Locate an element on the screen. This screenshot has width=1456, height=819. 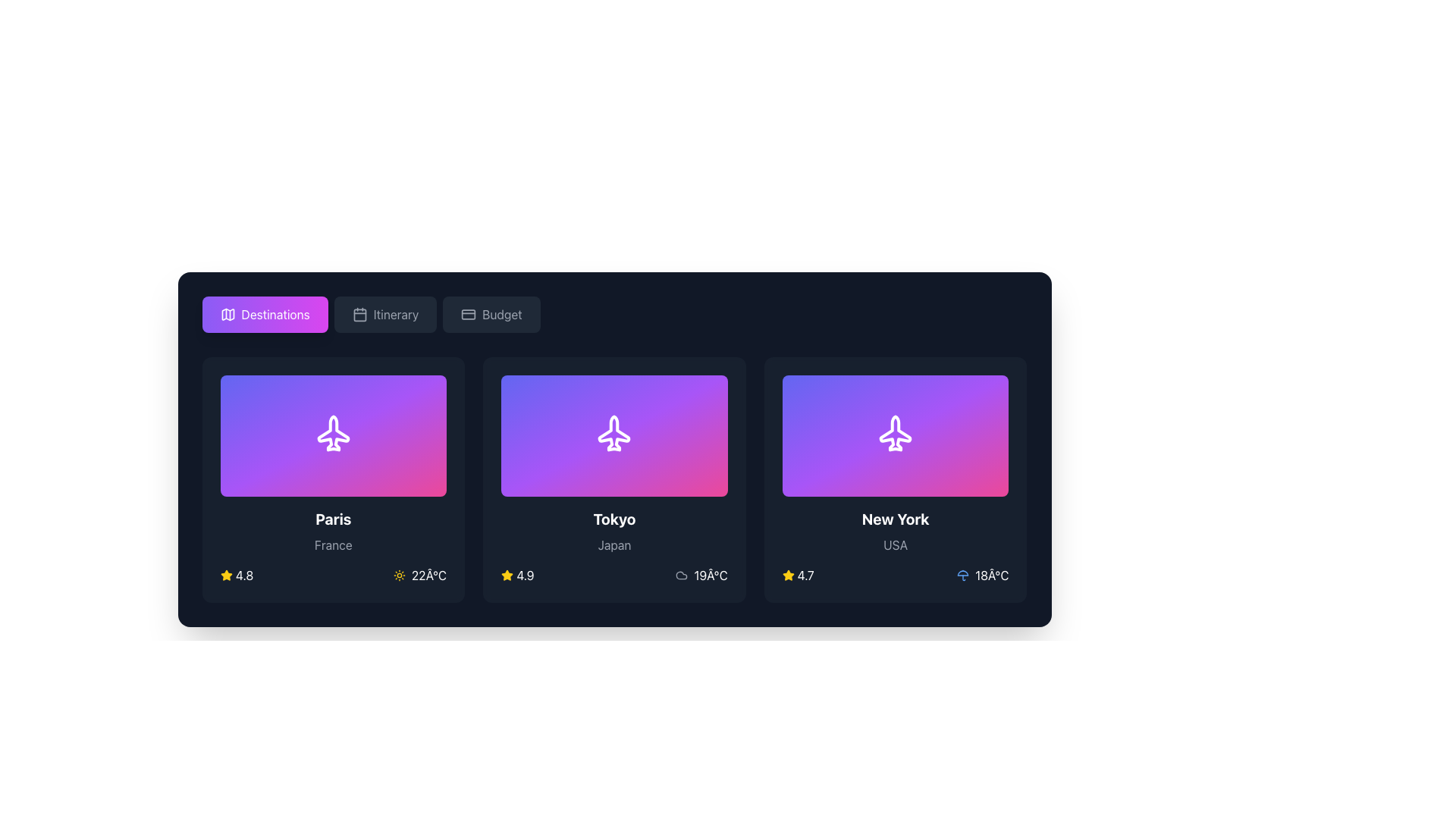
the static text element displaying the rating score (4.8) for the 'Paris' card, which is positioned directly to the right of the yellow star icon in the rating component is located at coordinates (244, 576).